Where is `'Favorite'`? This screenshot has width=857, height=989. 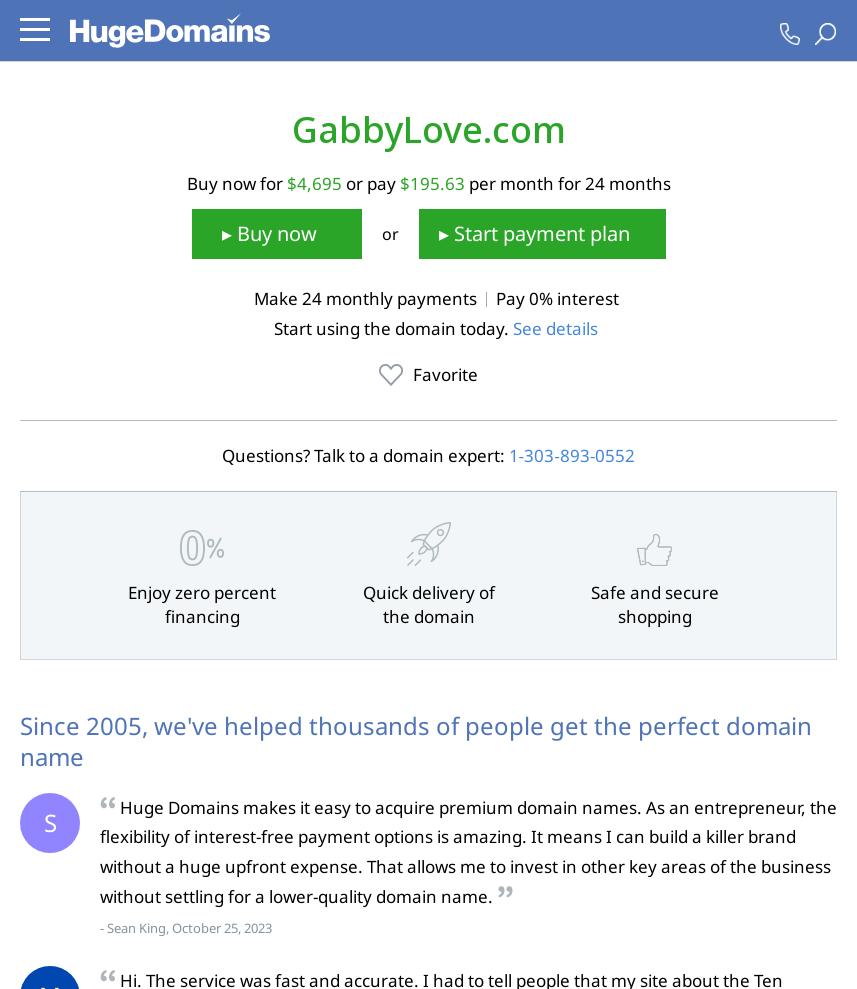
'Favorite' is located at coordinates (444, 372).